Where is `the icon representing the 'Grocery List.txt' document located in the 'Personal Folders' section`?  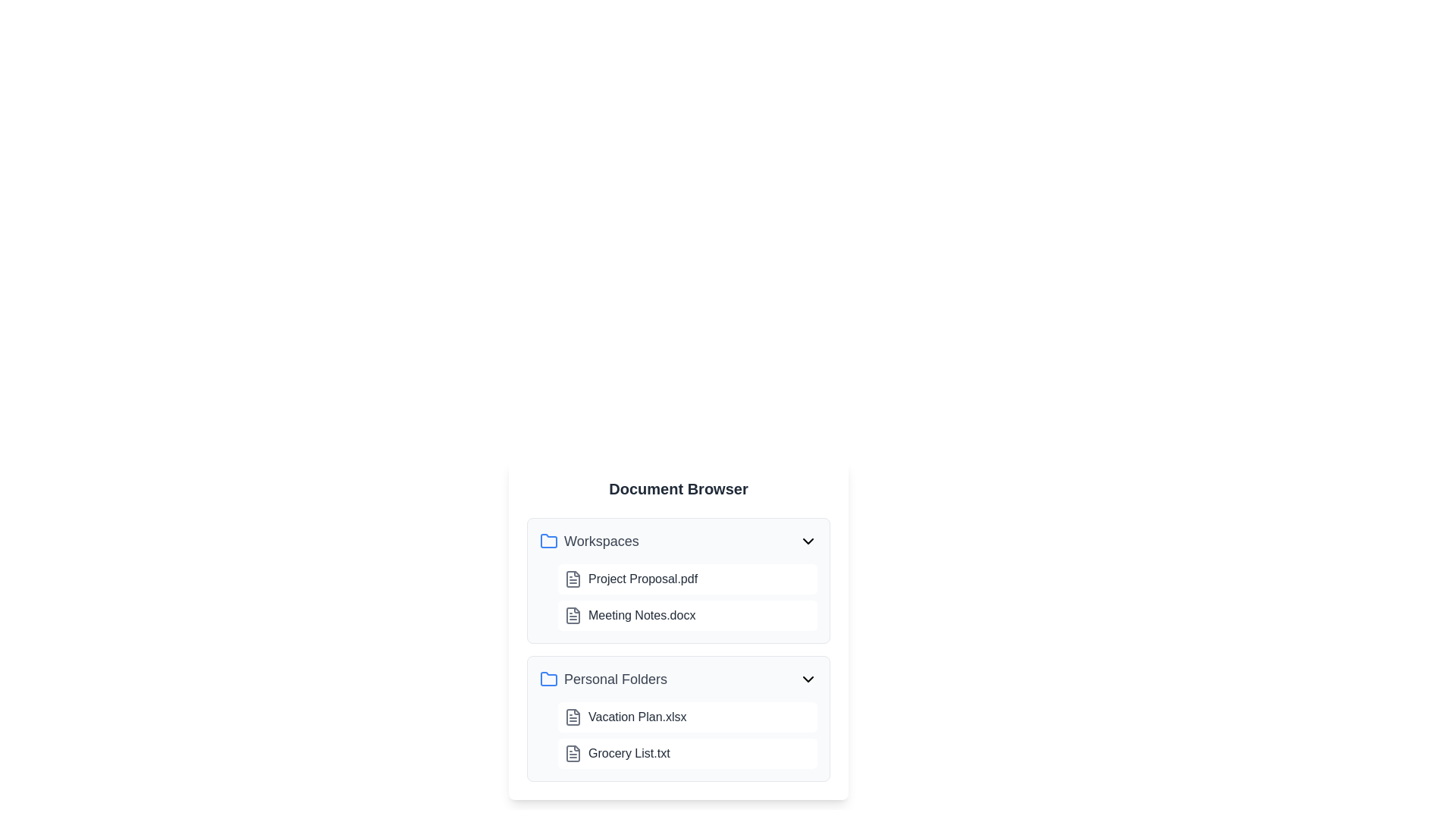 the icon representing the 'Grocery List.txt' document located in the 'Personal Folders' section is located at coordinates (572, 754).